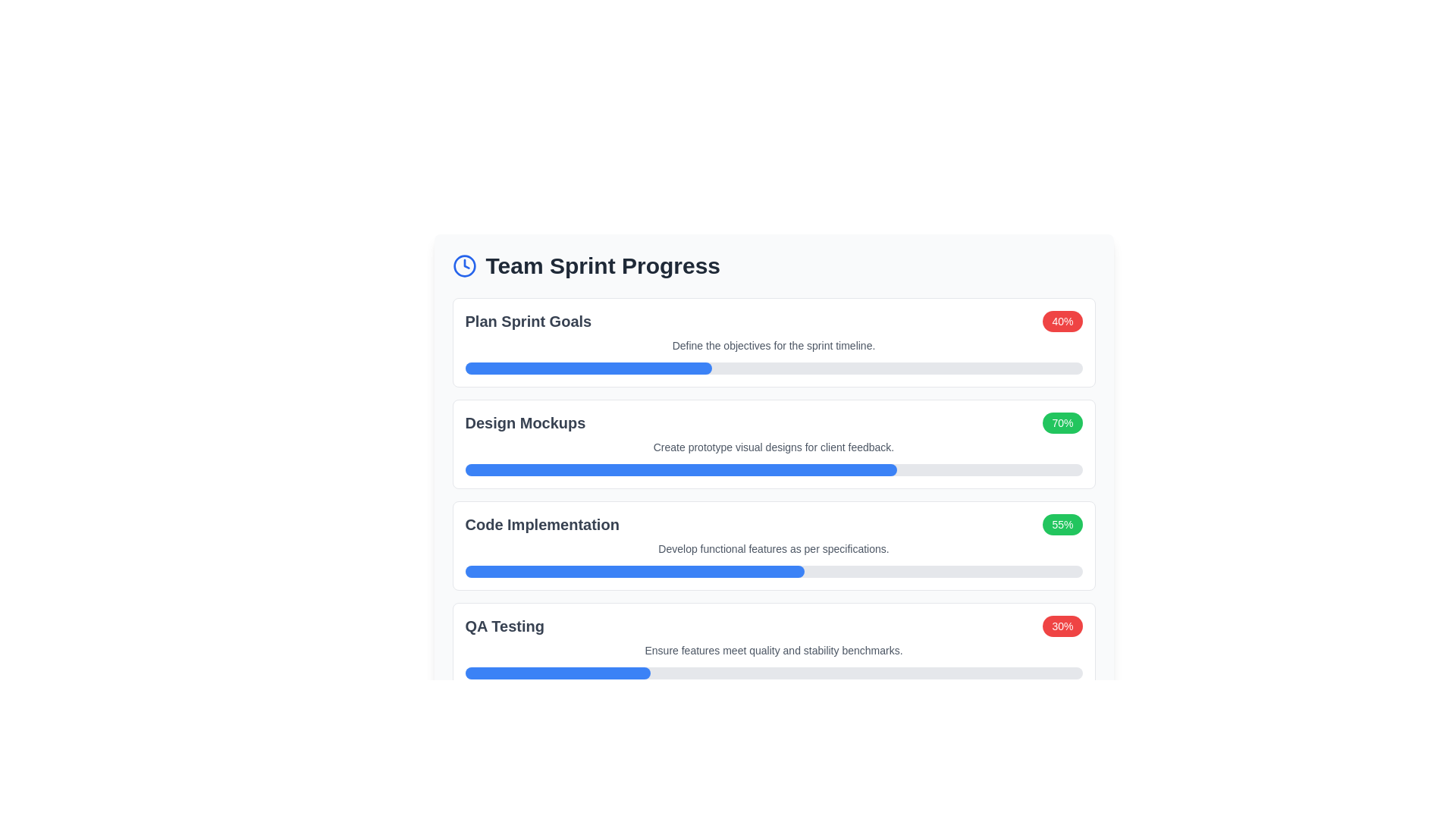  What do you see at coordinates (542, 523) in the screenshot?
I see `the text label 'Code Implementation', which is styled in bold with a larger font size and dark gray color, positioned to the left of a green badge labeled '55%' within the progress indicator area` at bounding box center [542, 523].